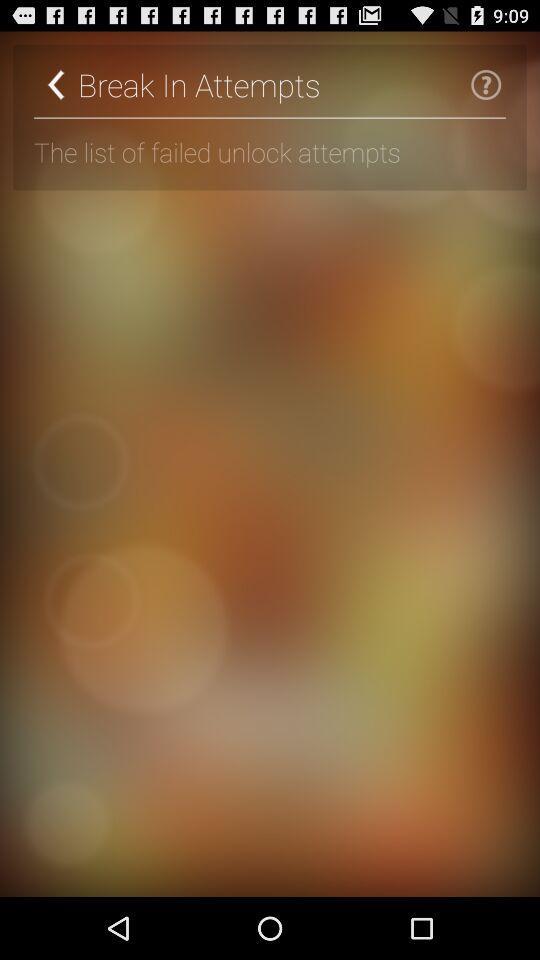  Describe the element at coordinates (485, 90) in the screenshot. I see `the help icon` at that location.